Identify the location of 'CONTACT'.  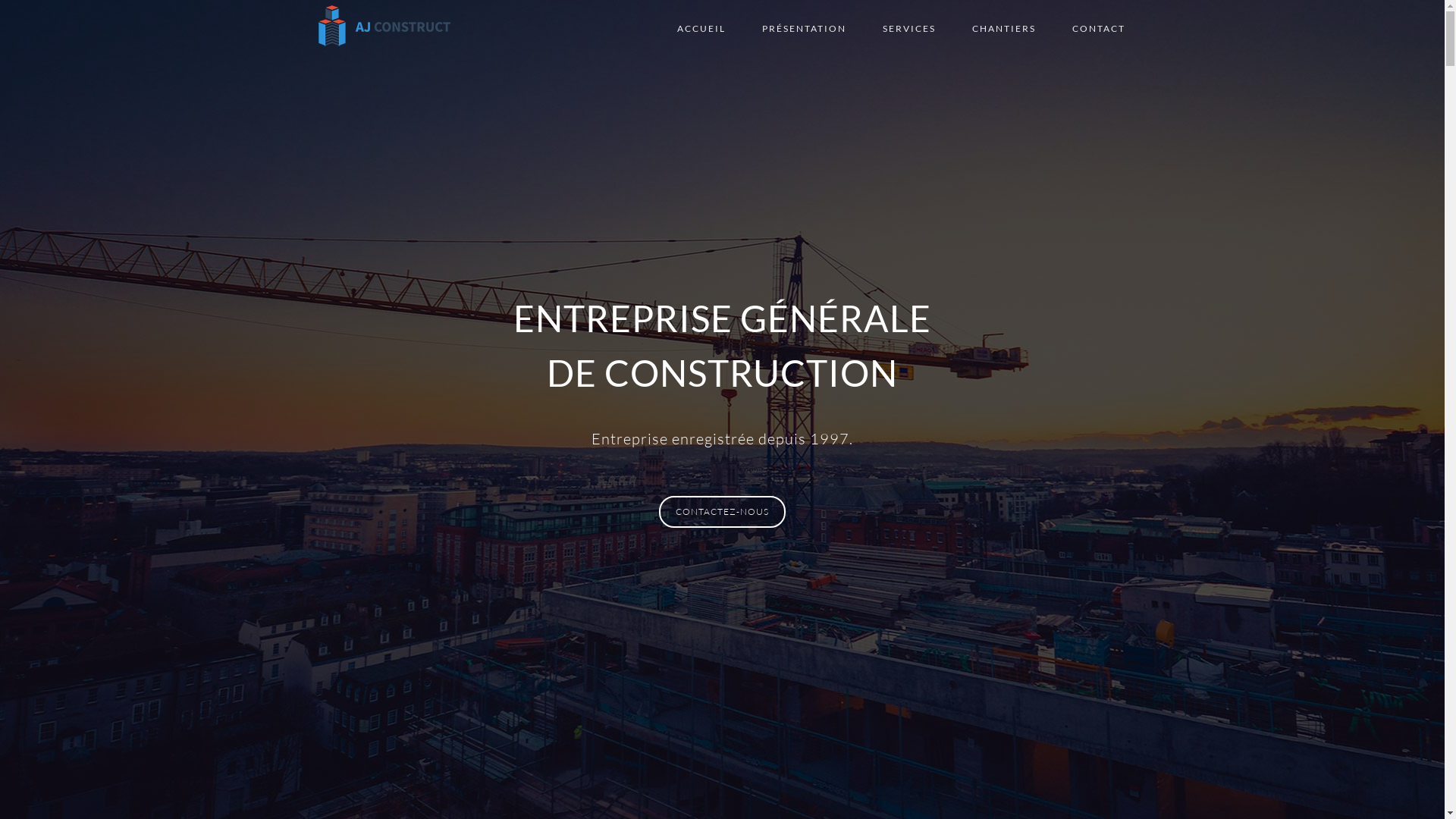
(1099, 28).